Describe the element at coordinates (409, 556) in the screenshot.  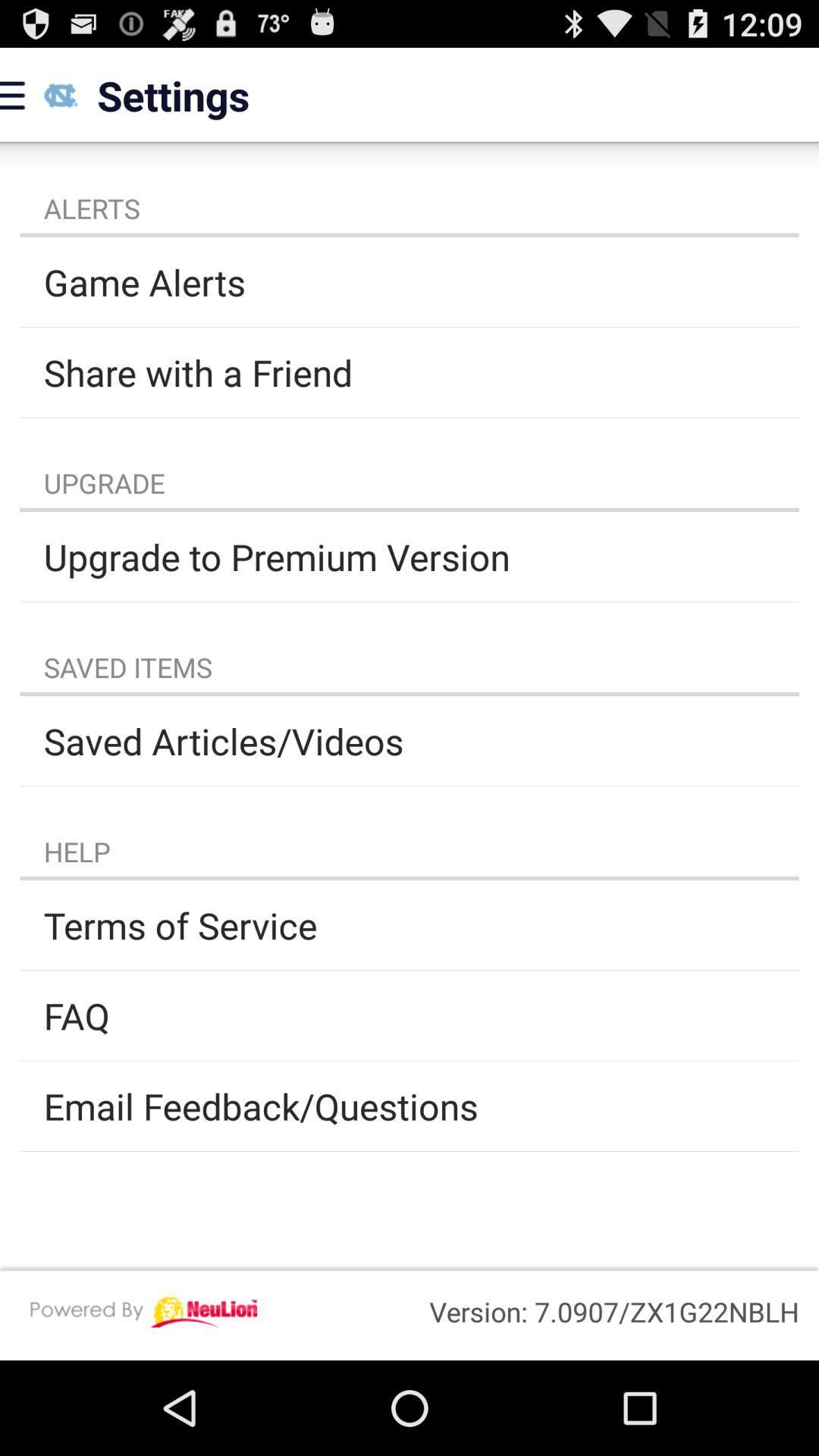
I see `upgrade to premium item` at that location.